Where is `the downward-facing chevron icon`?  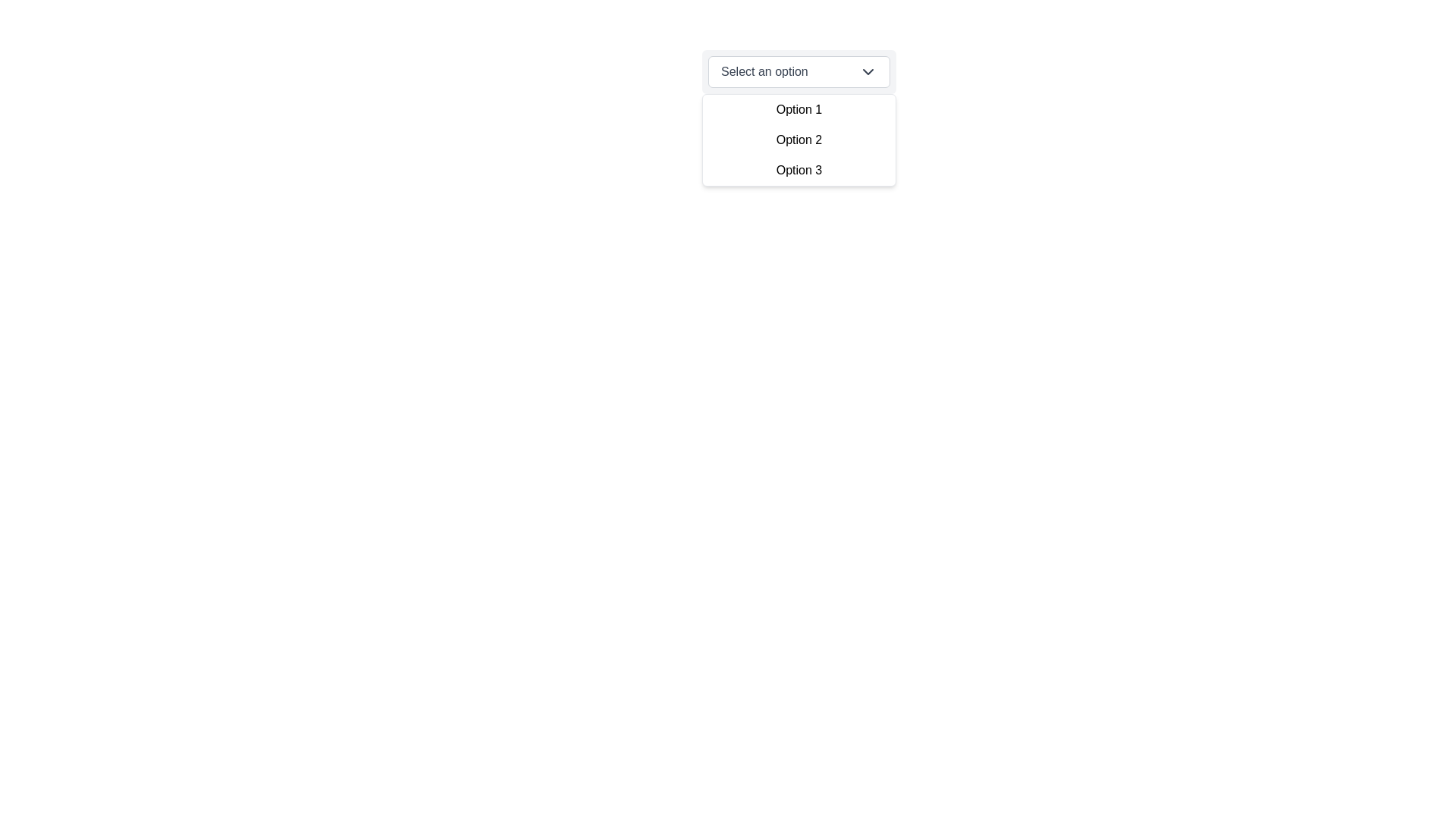 the downward-facing chevron icon is located at coordinates (868, 72).